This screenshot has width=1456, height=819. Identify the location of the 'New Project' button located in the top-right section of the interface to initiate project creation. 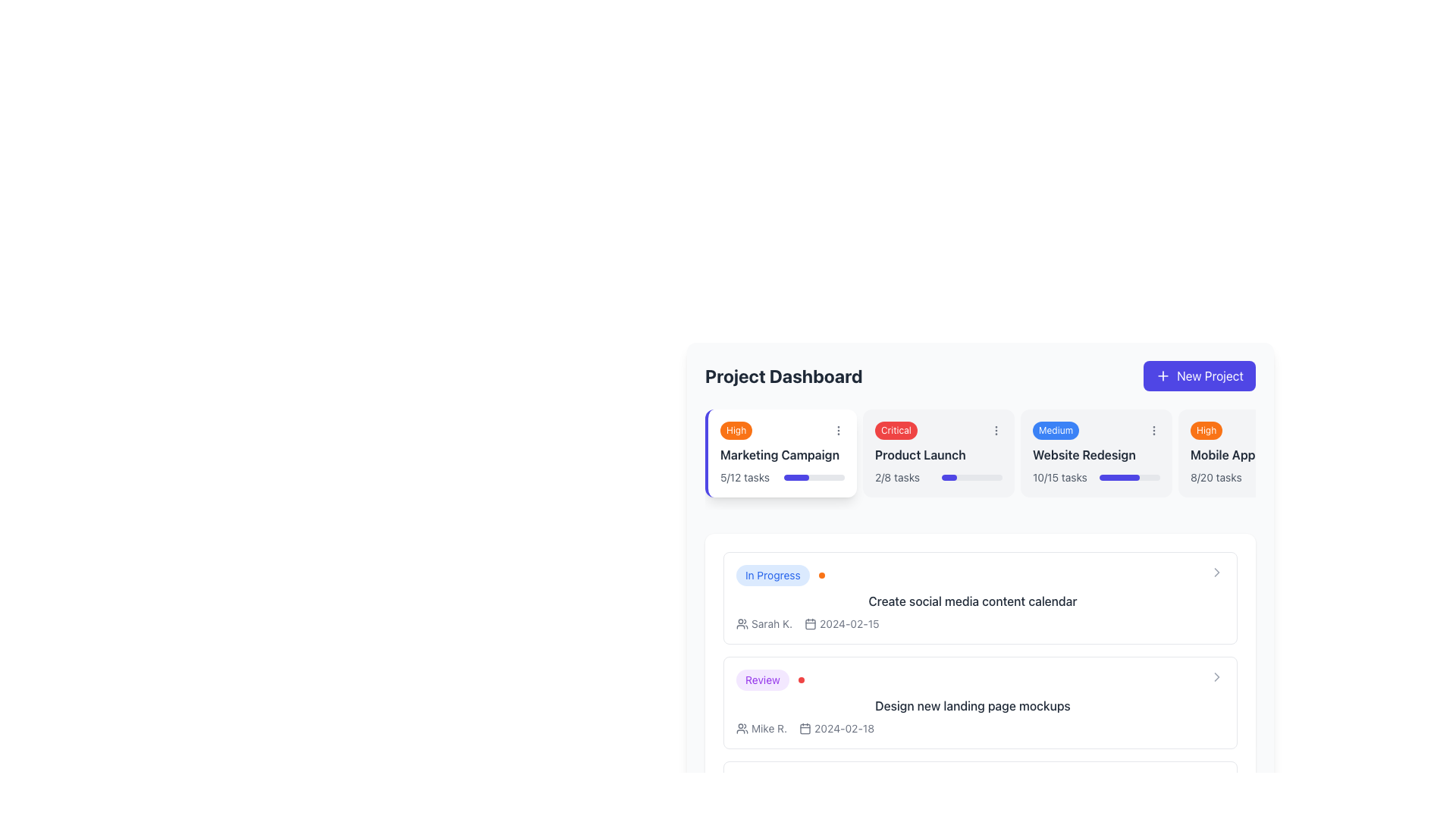
(1210, 375).